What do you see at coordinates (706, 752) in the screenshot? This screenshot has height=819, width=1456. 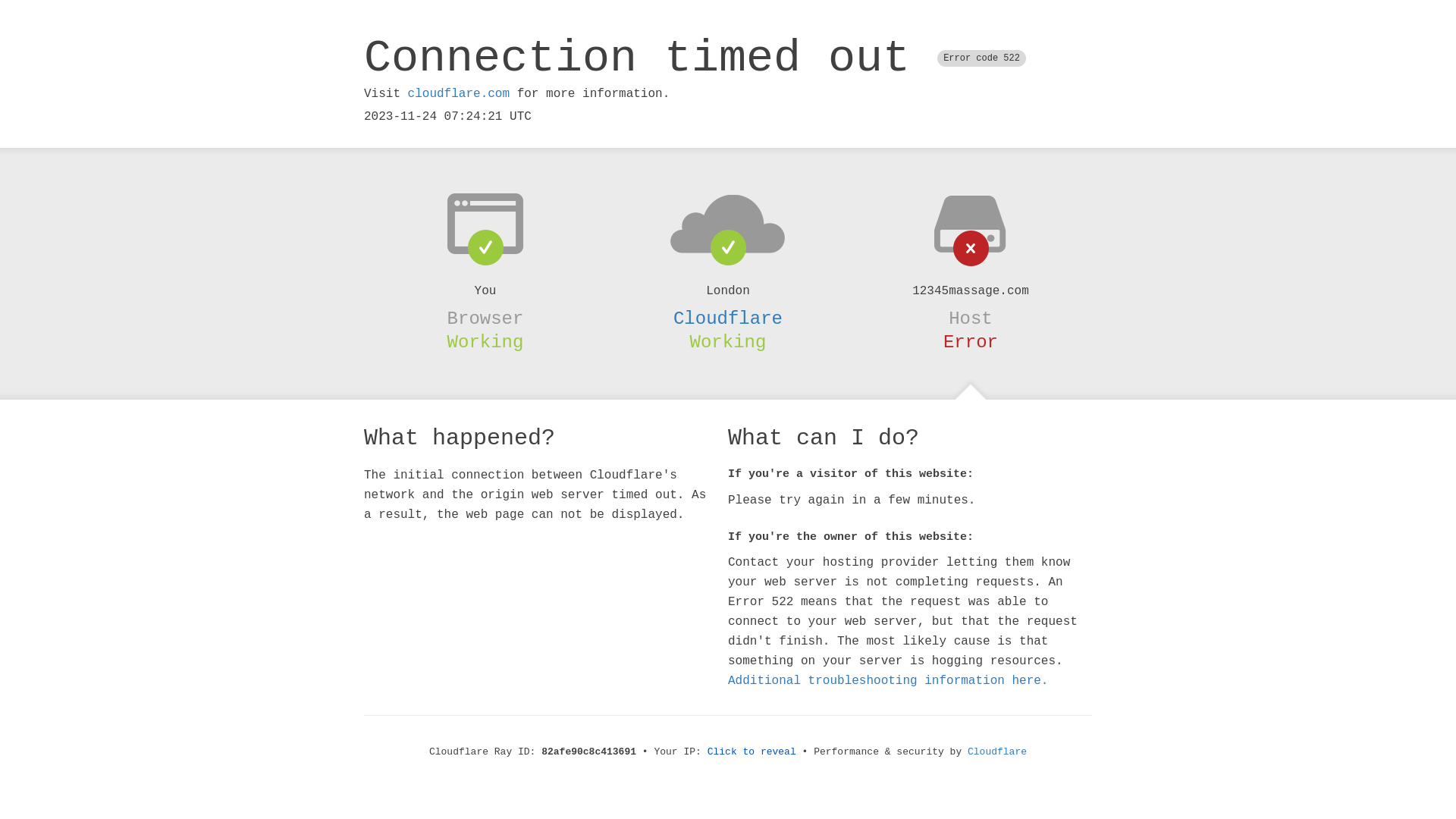 I see `'Click to reveal'` at bounding box center [706, 752].